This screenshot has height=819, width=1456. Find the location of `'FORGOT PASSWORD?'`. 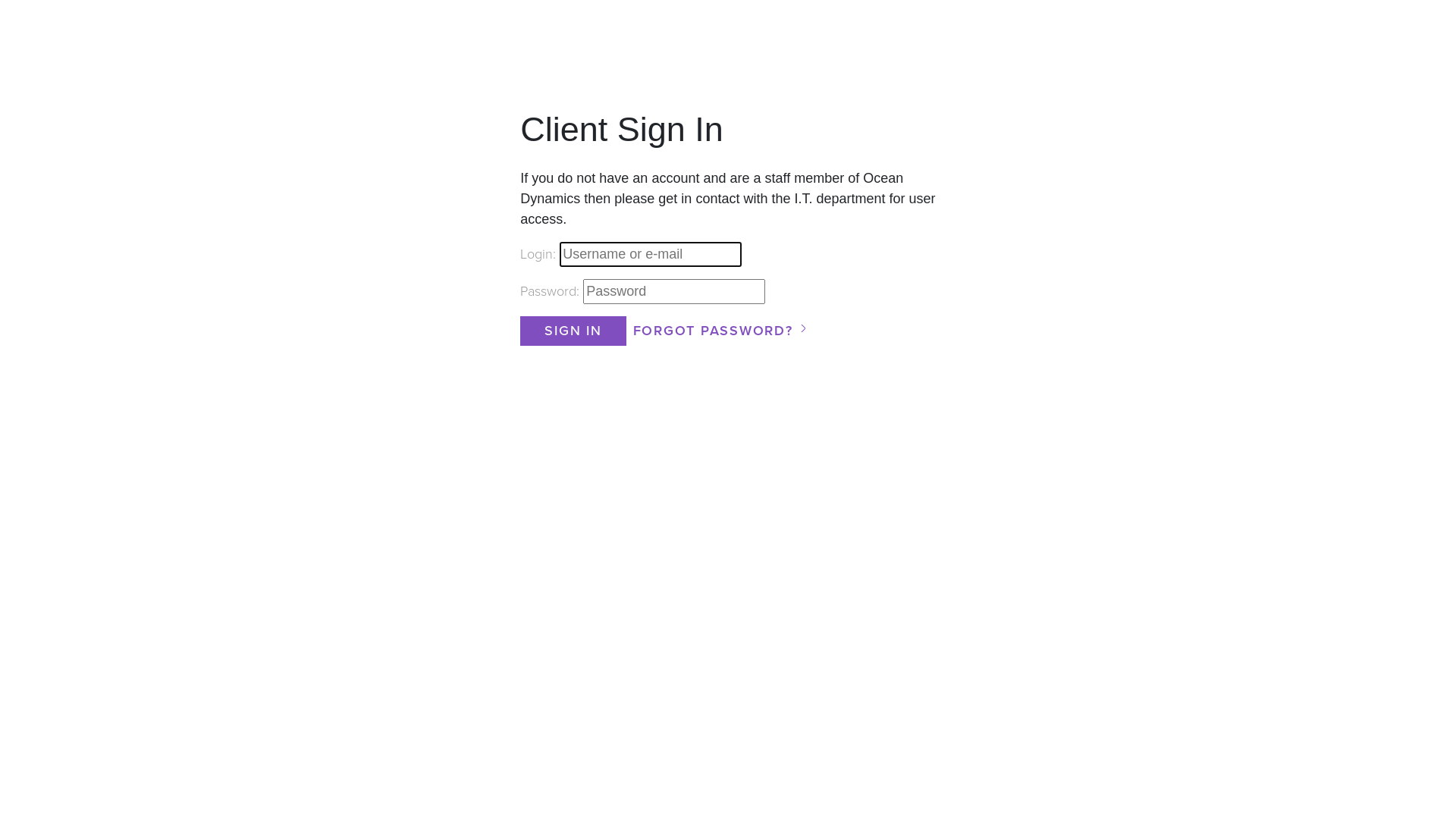

'FORGOT PASSWORD?' is located at coordinates (629, 330).